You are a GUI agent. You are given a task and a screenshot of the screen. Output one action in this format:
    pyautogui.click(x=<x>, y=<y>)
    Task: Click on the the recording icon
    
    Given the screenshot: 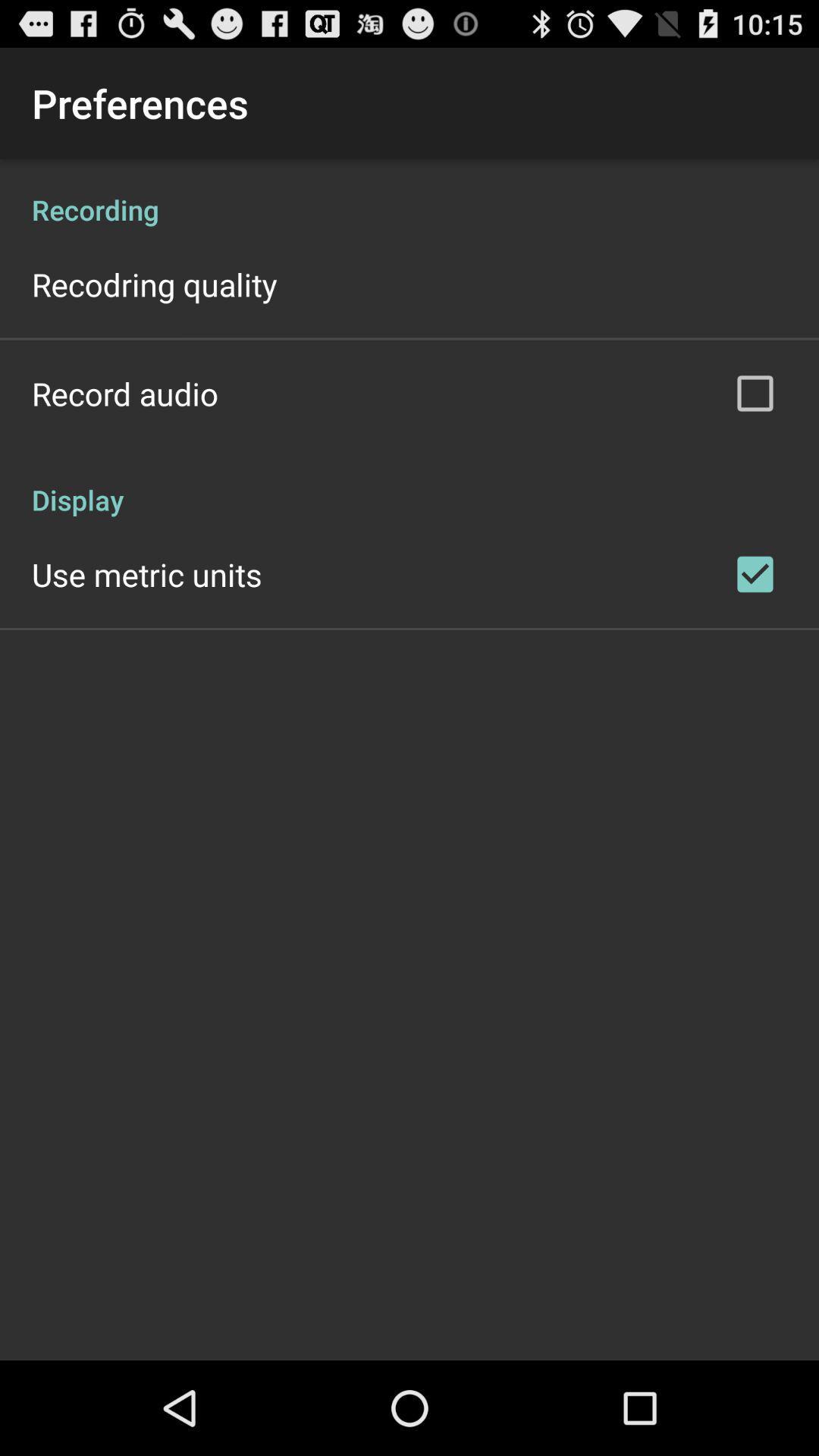 What is the action you would take?
    pyautogui.click(x=409, y=193)
    